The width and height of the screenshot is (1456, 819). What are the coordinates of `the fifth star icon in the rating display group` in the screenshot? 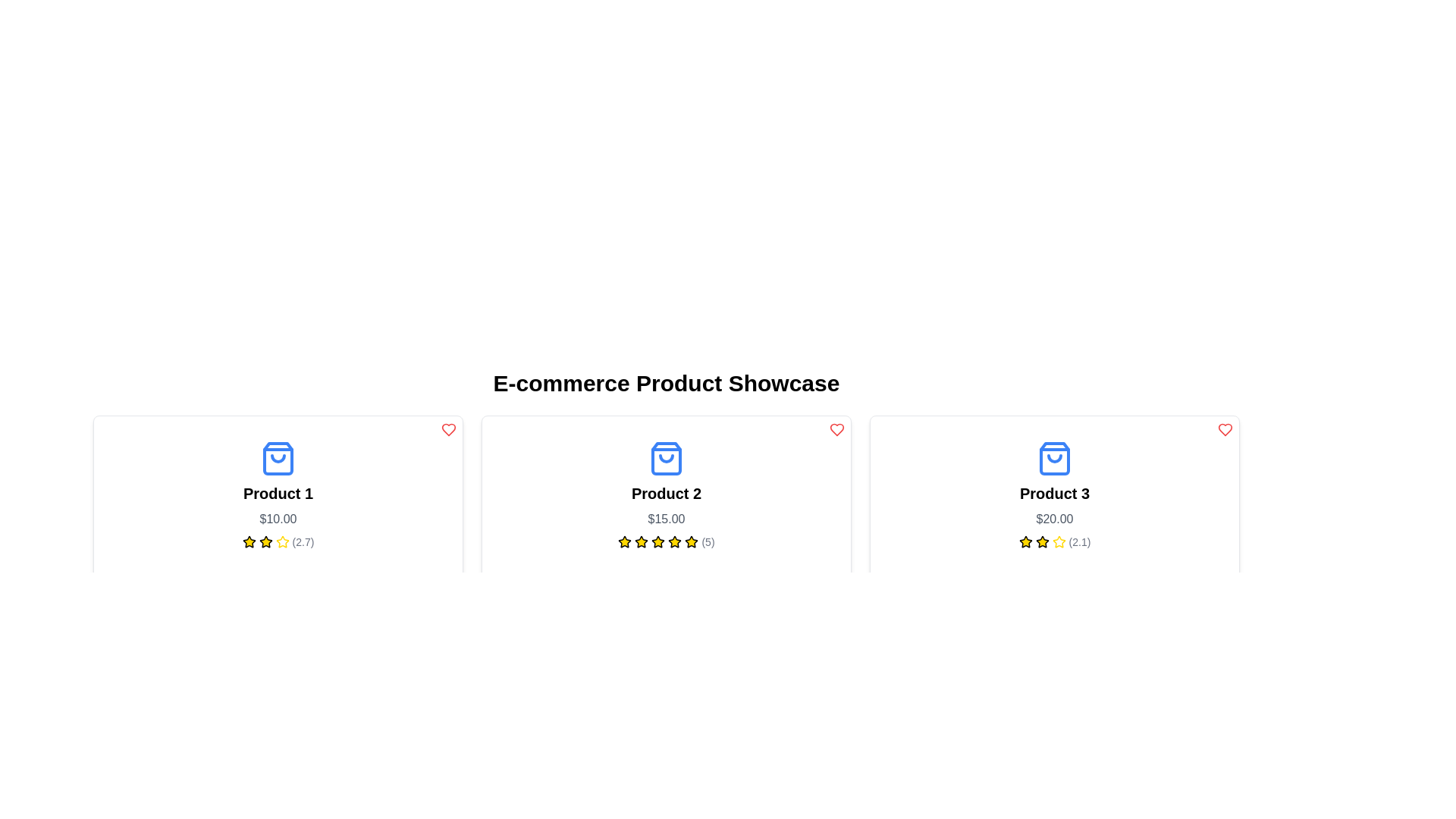 It's located at (1058, 541).